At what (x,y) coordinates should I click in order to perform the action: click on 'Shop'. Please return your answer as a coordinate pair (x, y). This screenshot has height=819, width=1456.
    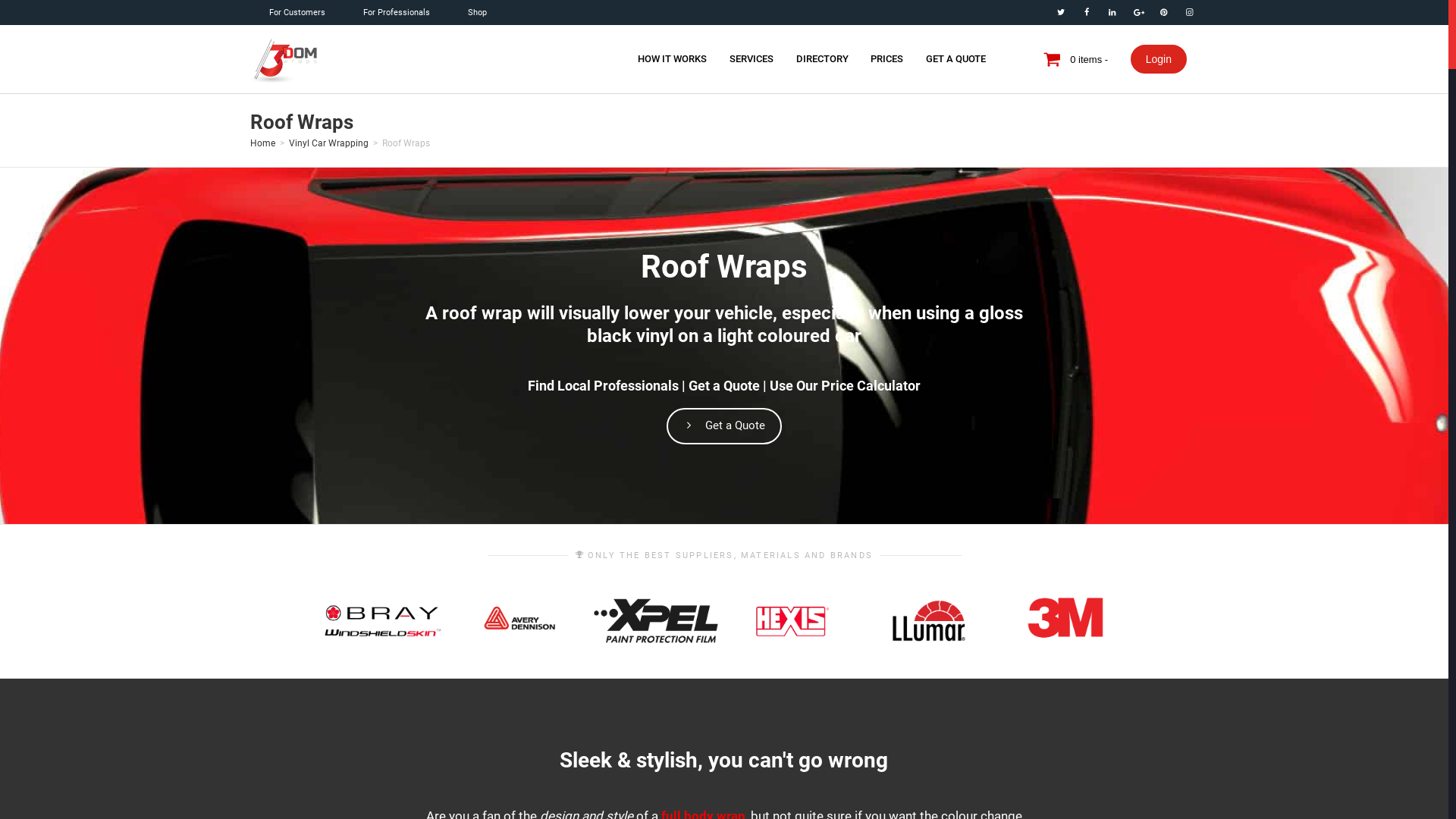
    Looking at the image, I should click on (447, 12).